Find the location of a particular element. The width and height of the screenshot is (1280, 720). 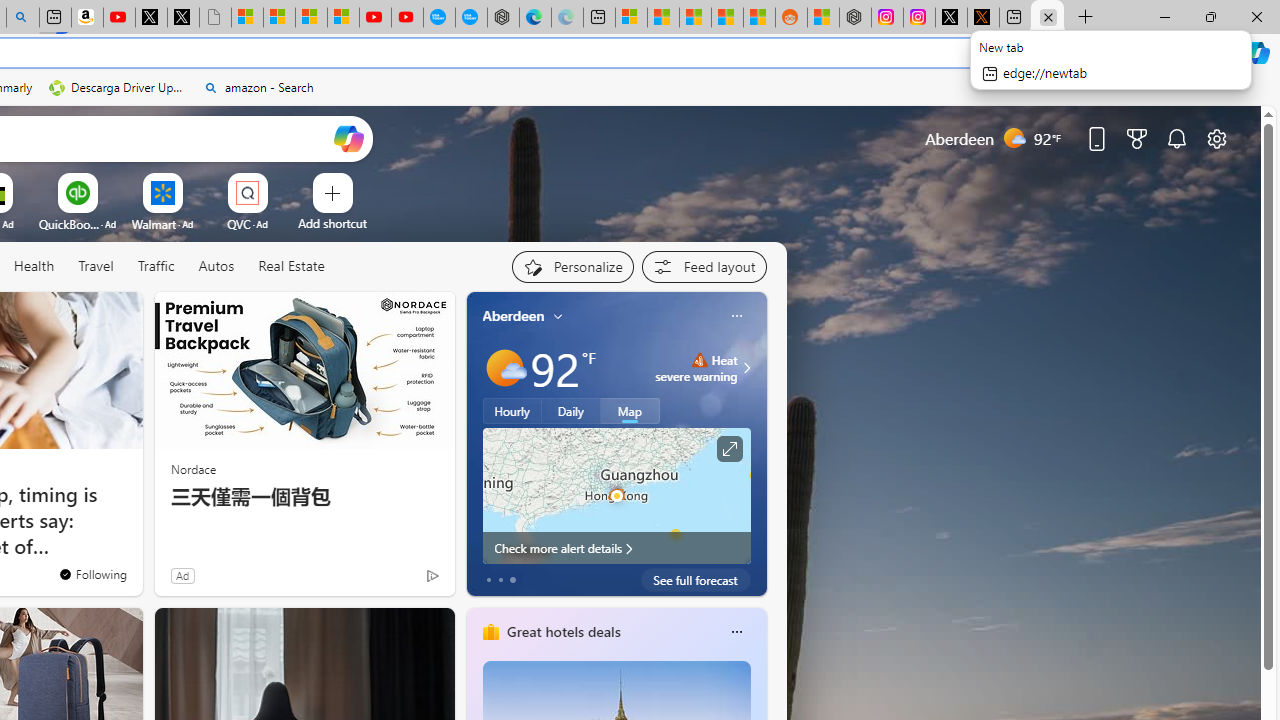

'Microsoft rewards' is located at coordinates (1137, 137).